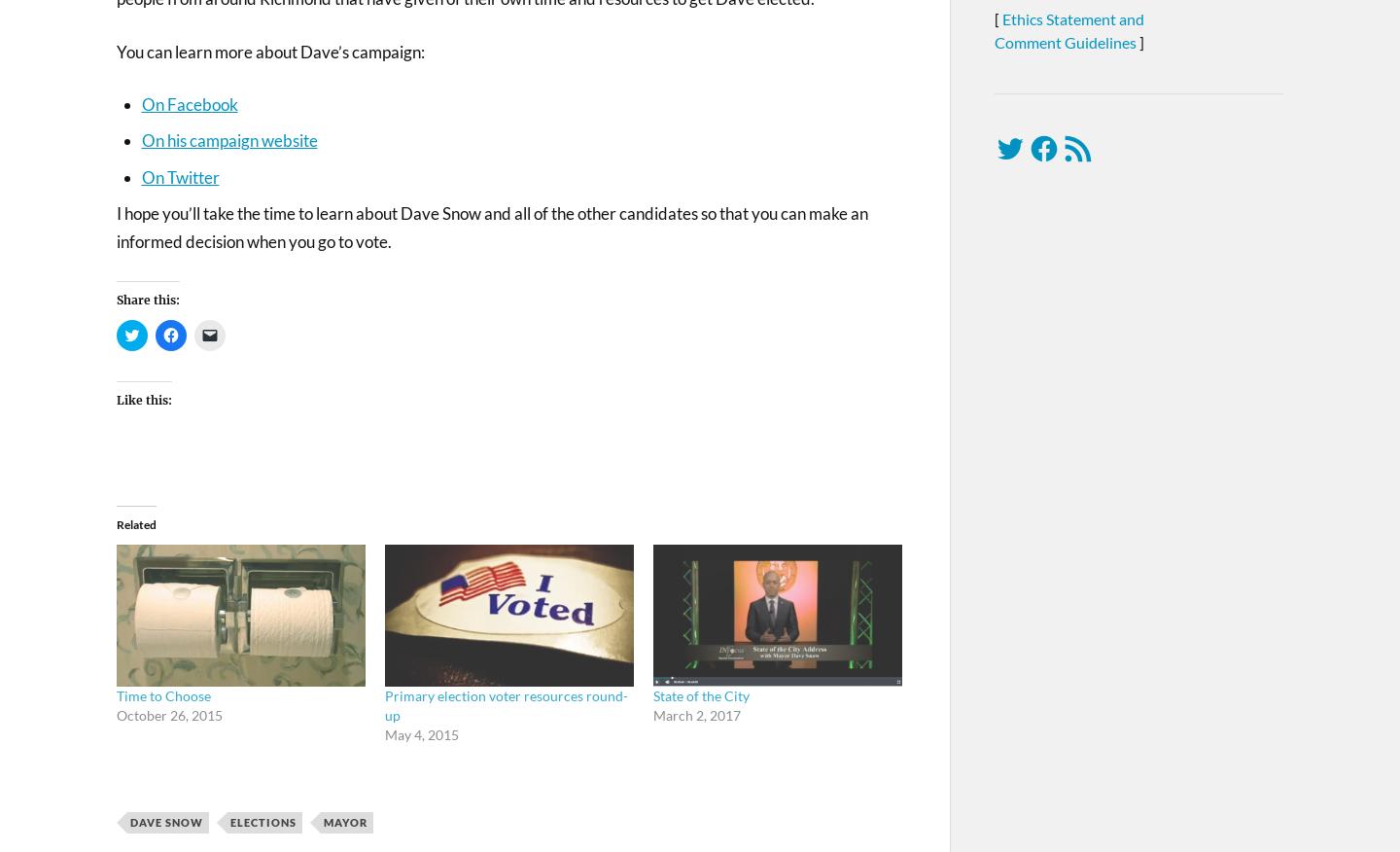  I want to click on 'On Facebook', so click(189, 103).